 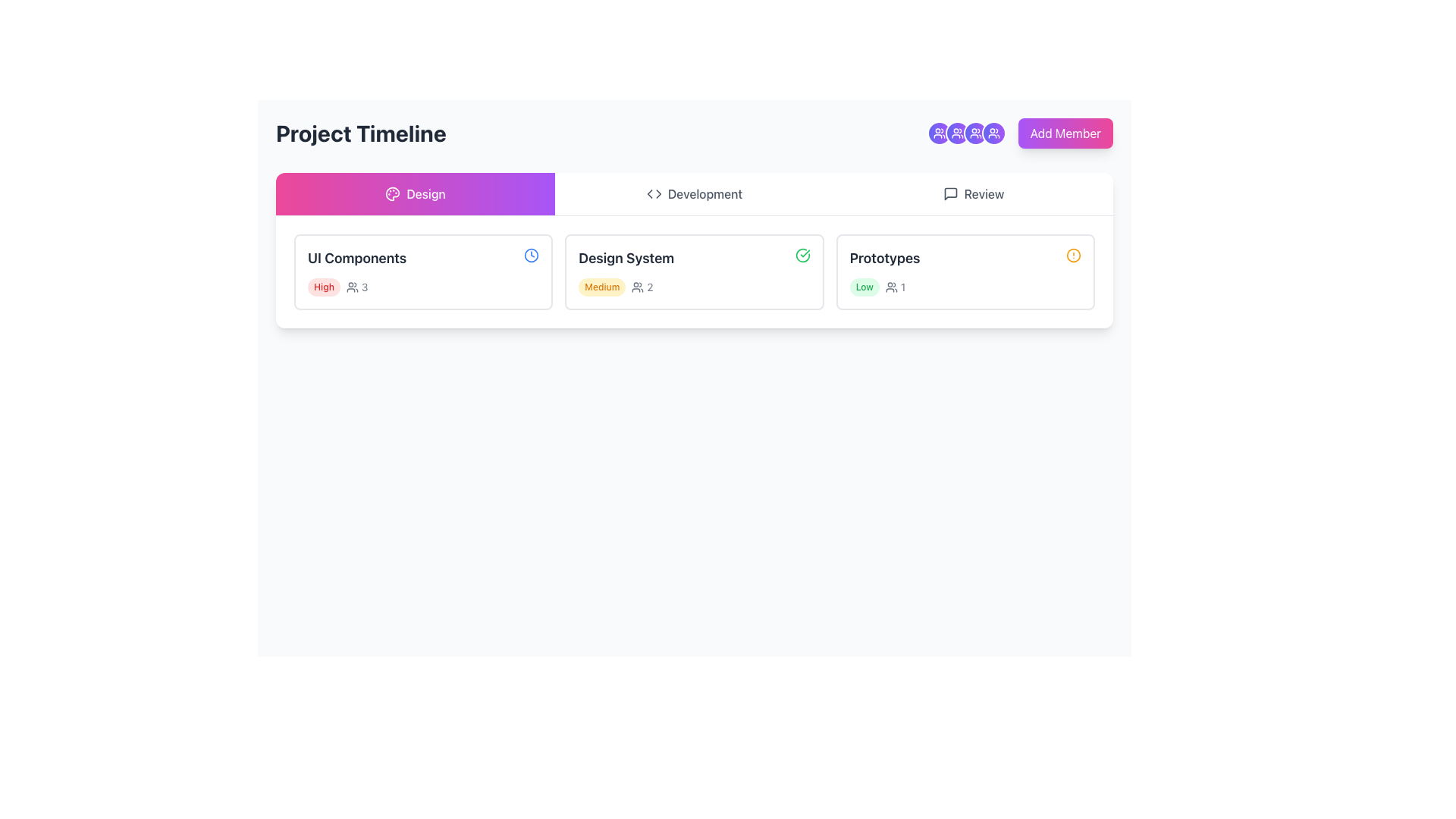 I want to click on the comment icon located at the top right of the interface, adjacent to the 'Review' tab heading and other functional icons, so click(x=949, y=193).